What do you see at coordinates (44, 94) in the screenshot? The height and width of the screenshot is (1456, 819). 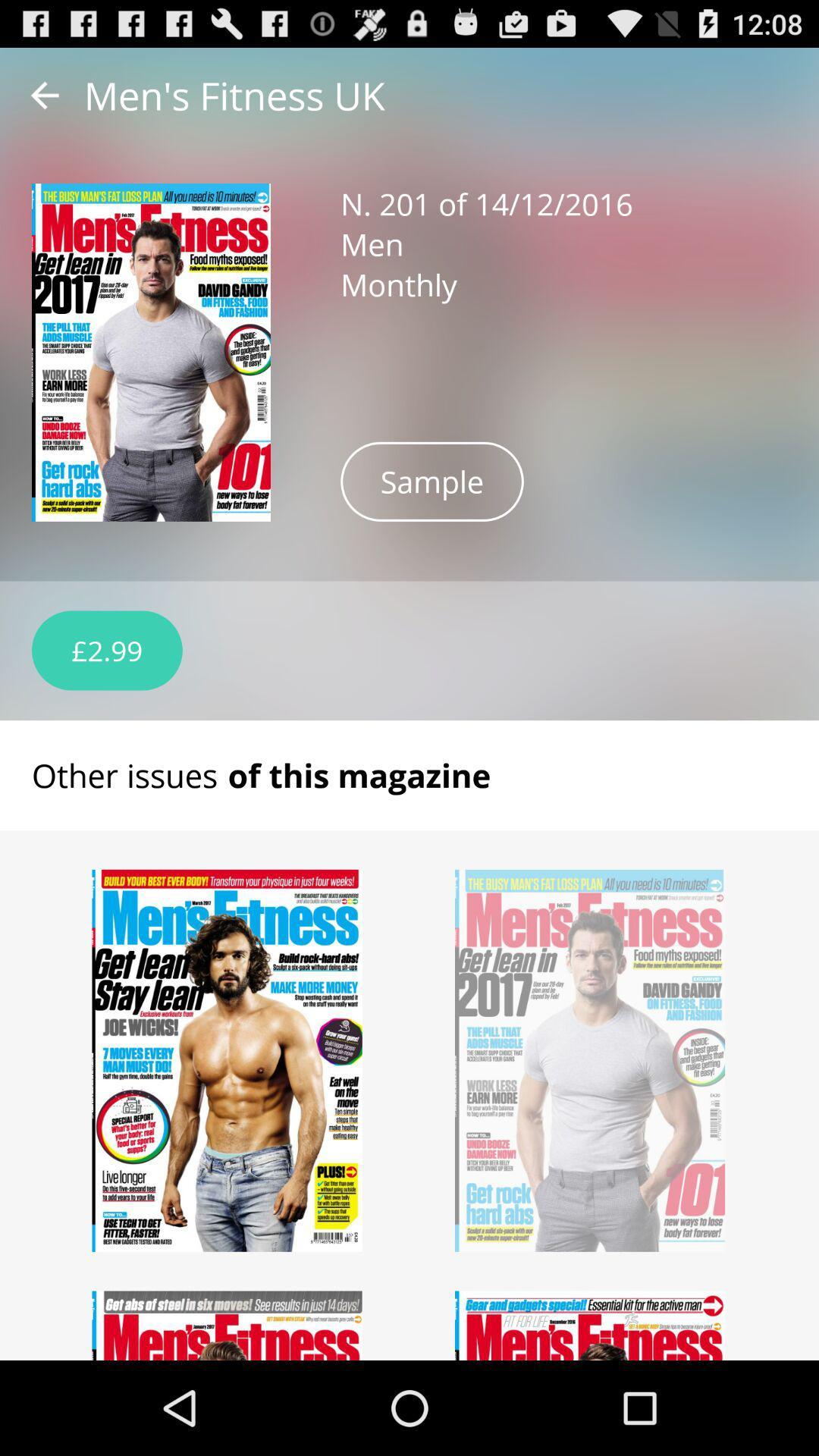 I see `go back` at bounding box center [44, 94].